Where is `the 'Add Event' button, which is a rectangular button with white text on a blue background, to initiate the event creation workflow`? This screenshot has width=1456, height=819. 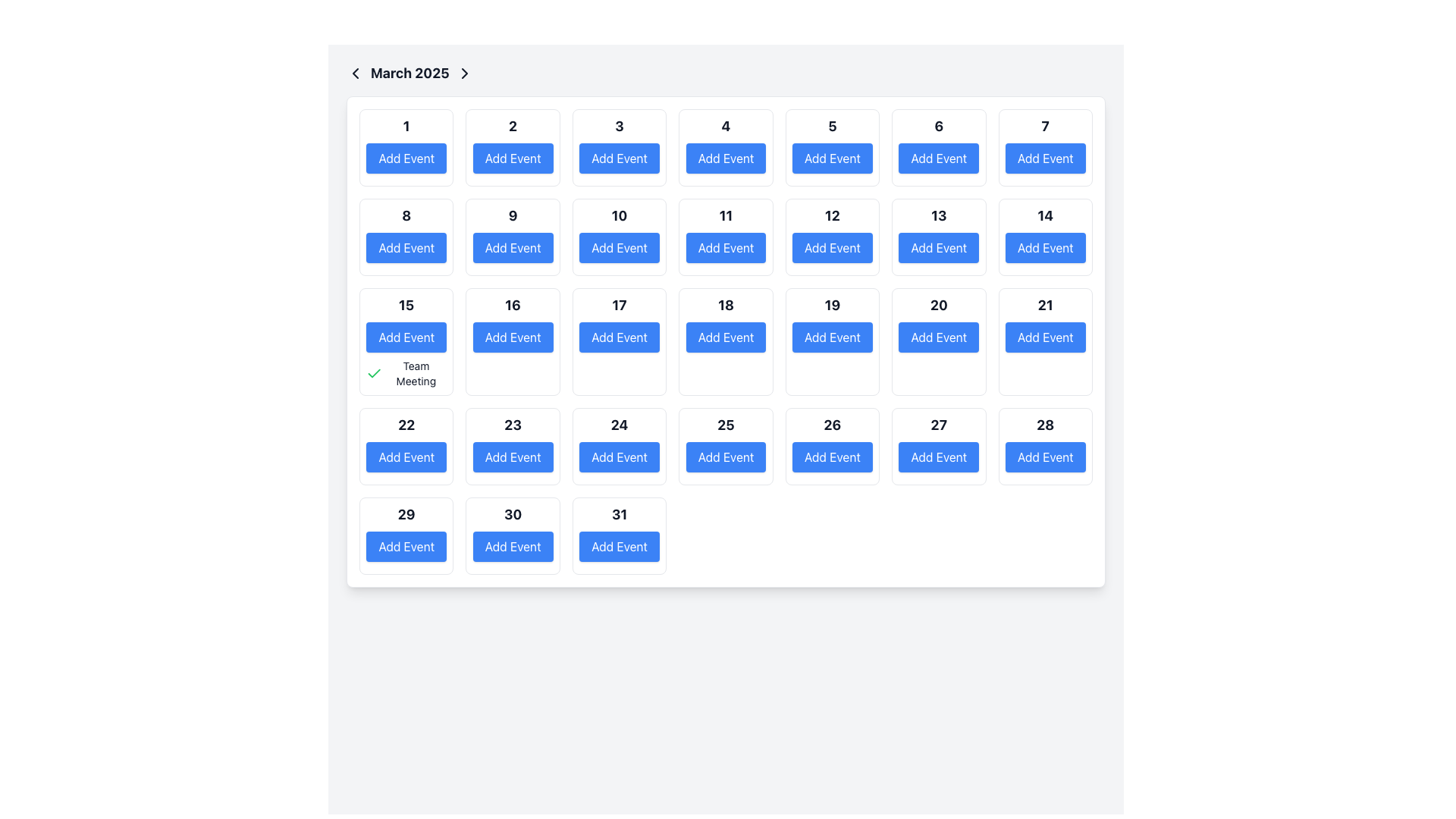
the 'Add Event' button, which is a rectangular button with white text on a blue background, to initiate the event creation workflow is located at coordinates (513, 158).